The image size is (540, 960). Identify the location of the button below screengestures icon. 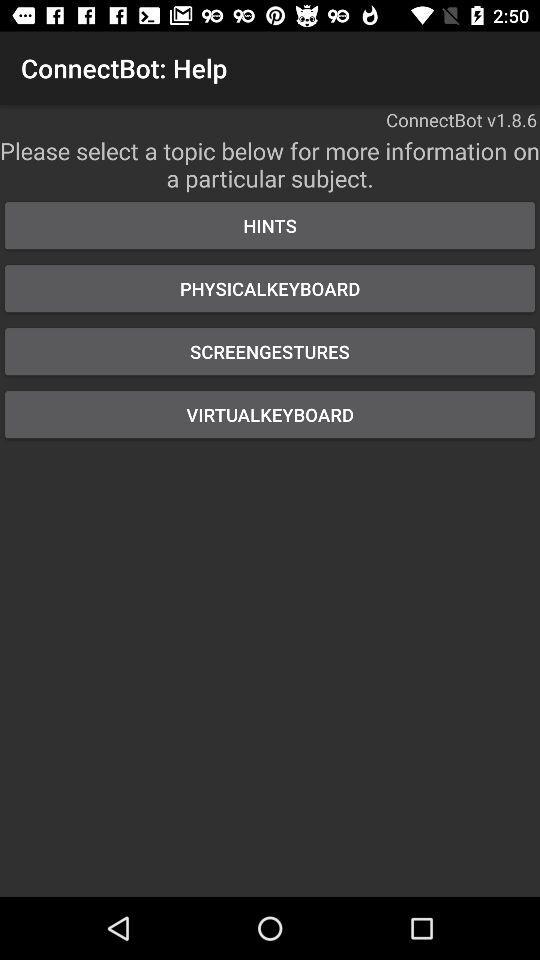
(270, 413).